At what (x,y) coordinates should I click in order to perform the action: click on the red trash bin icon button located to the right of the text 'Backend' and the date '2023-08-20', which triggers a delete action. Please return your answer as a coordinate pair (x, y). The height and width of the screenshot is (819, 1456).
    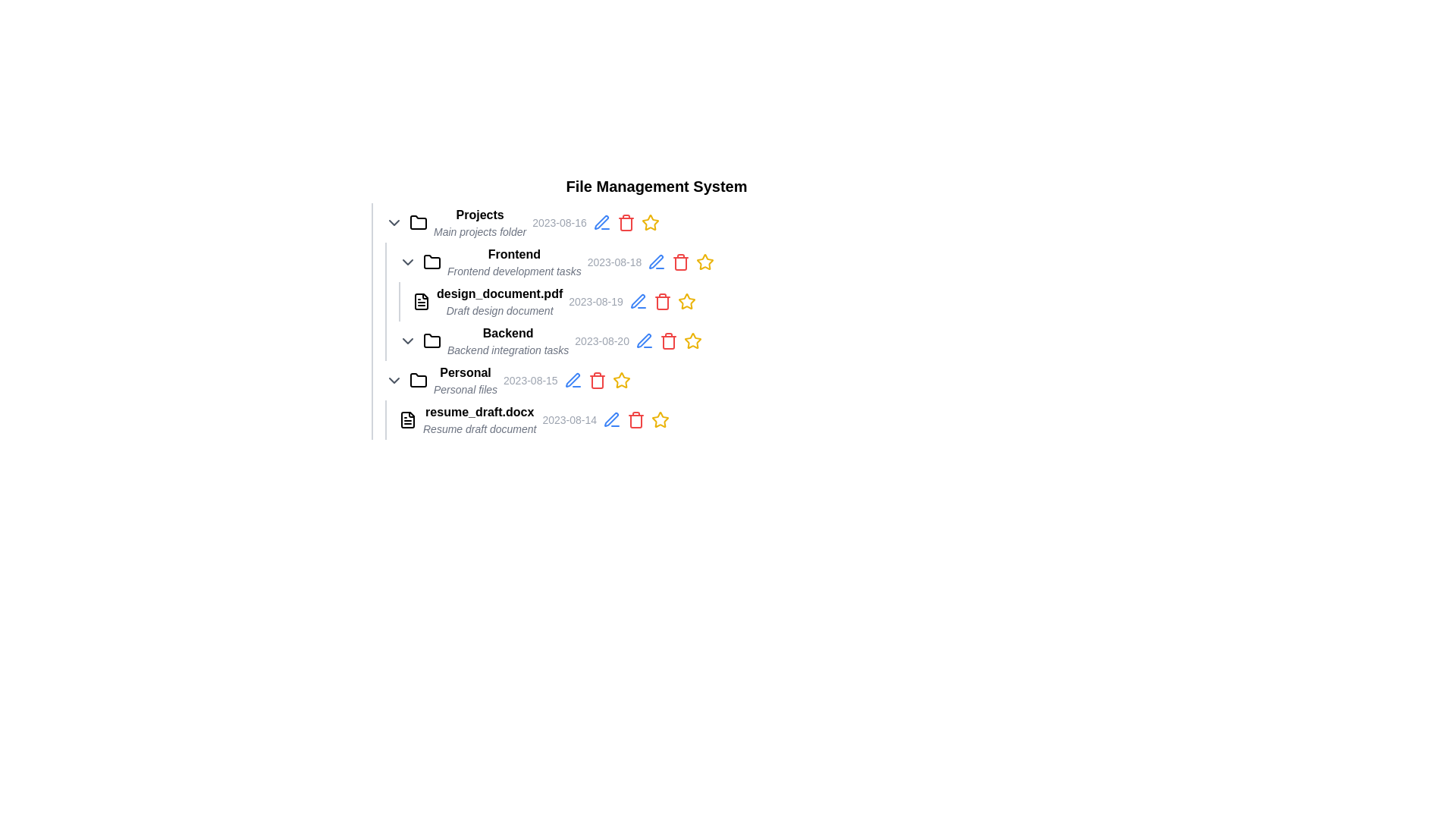
    Looking at the image, I should click on (667, 341).